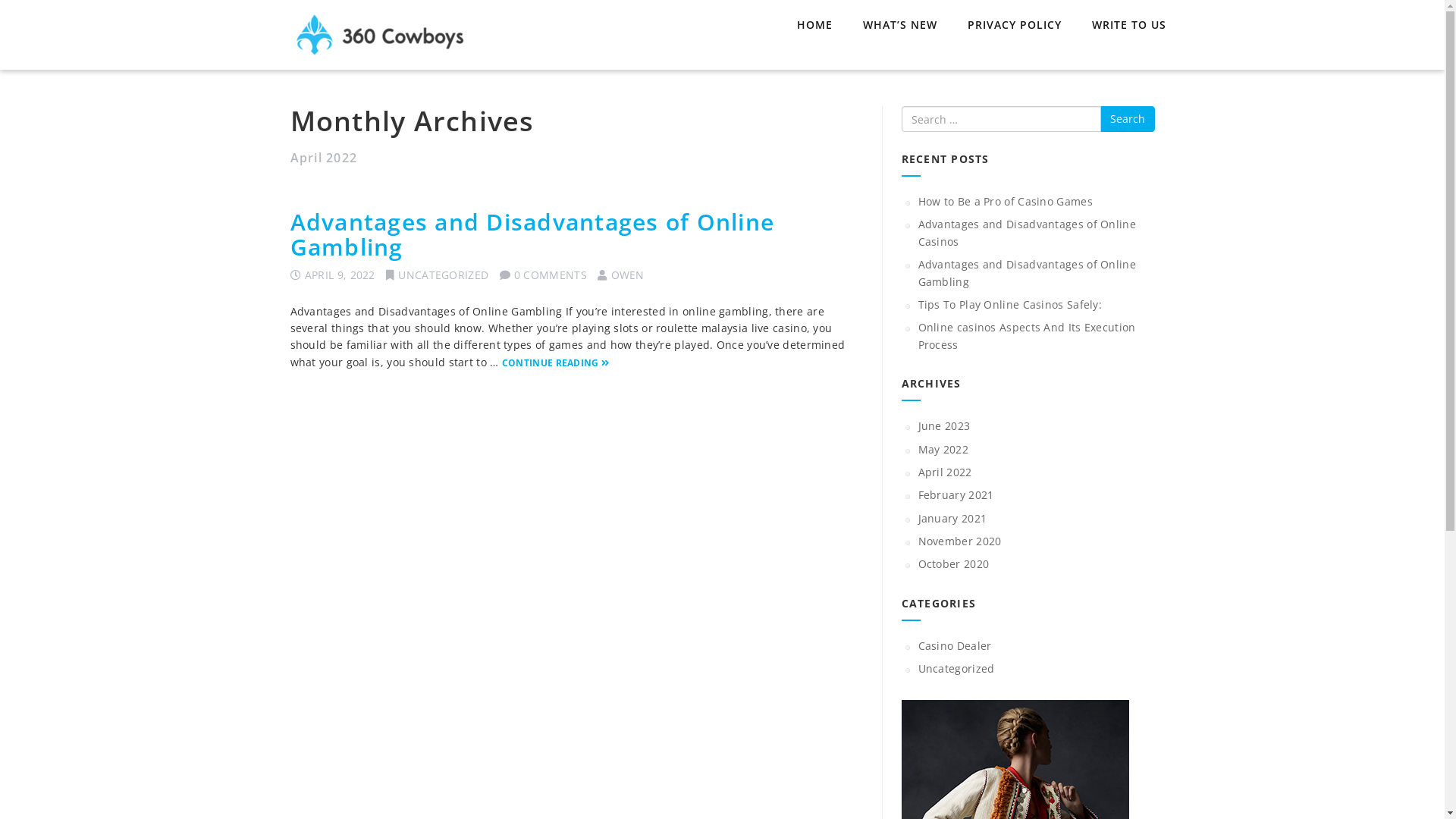 The width and height of the screenshot is (1456, 819). Describe the element at coordinates (532, 234) in the screenshot. I see `'Advantages and Disadvantages of Online Gambling'` at that location.